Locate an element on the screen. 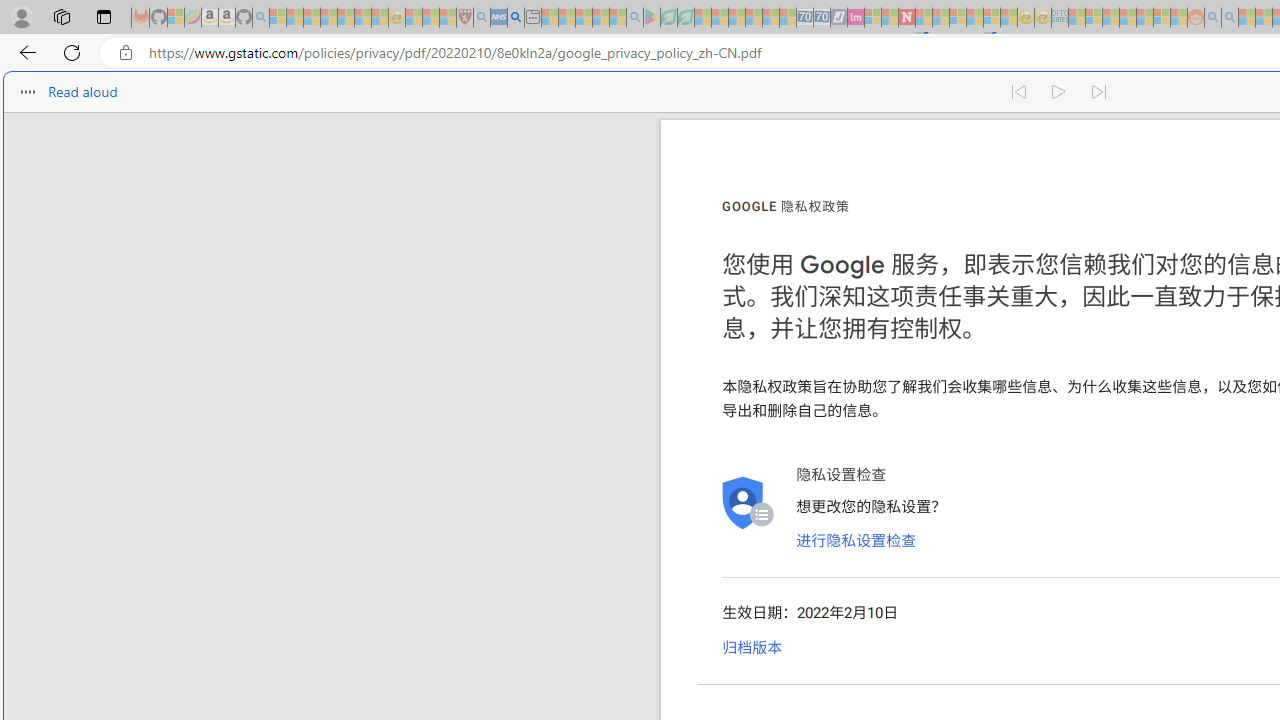 The height and width of the screenshot is (720, 1280). 'Jobs - lastminute.com Investor Portal - Sleeping' is located at coordinates (855, 17).